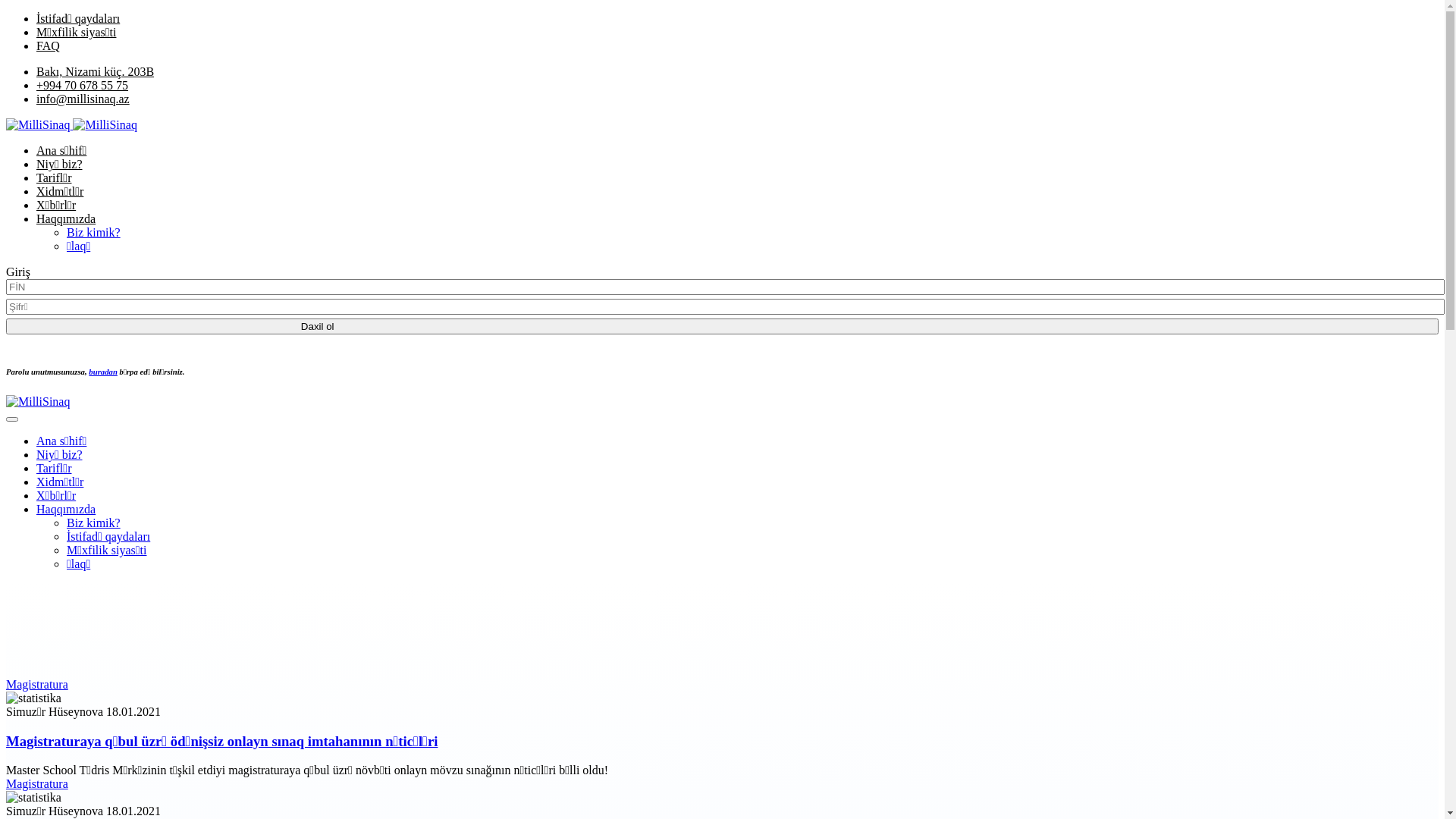  What do you see at coordinates (82, 99) in the screenshot?
I see `'info@millisinaq.az'` at bounding box center [82, 99].